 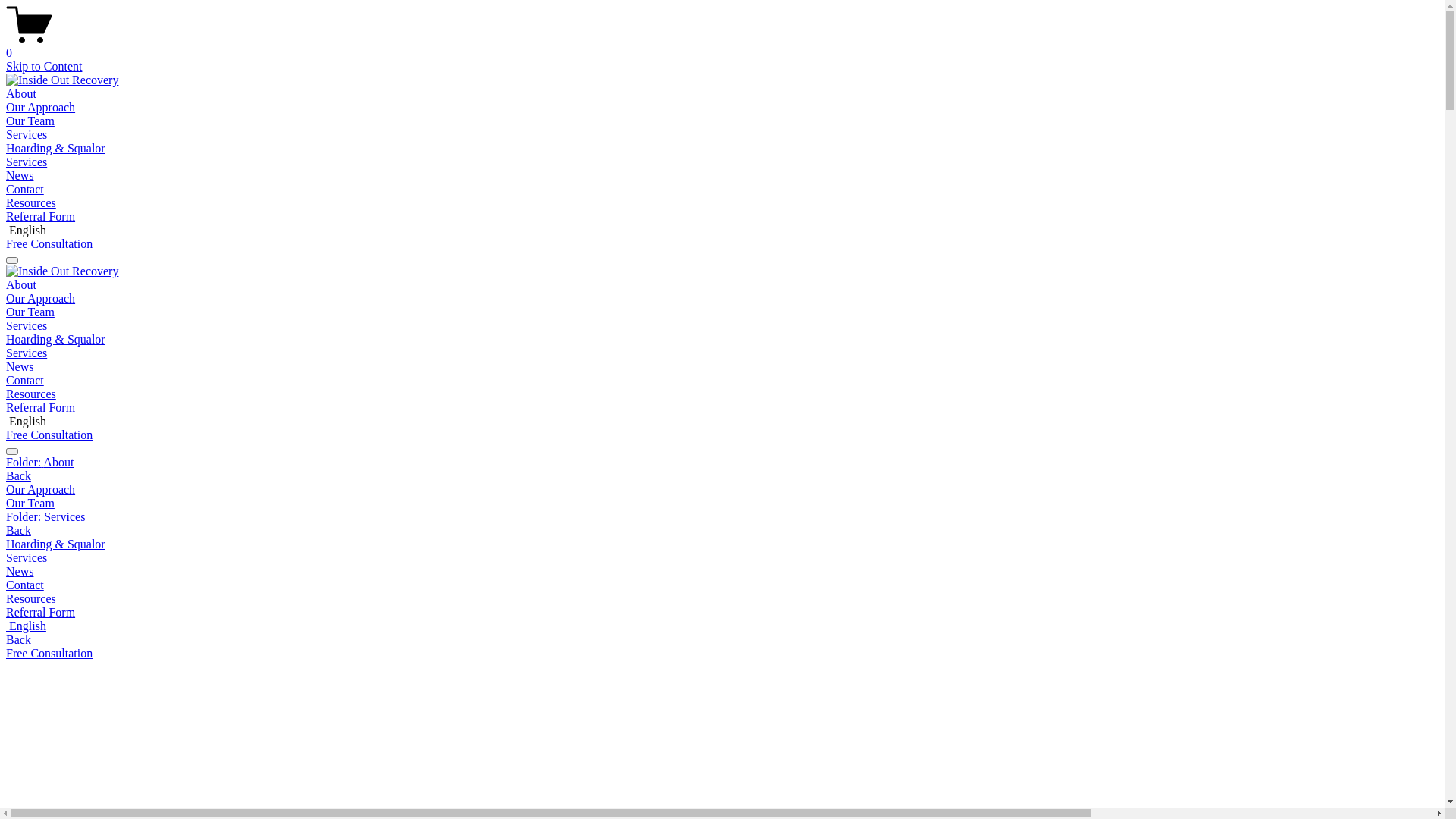 I want to click on 'Services', so click(x=26, y=162).